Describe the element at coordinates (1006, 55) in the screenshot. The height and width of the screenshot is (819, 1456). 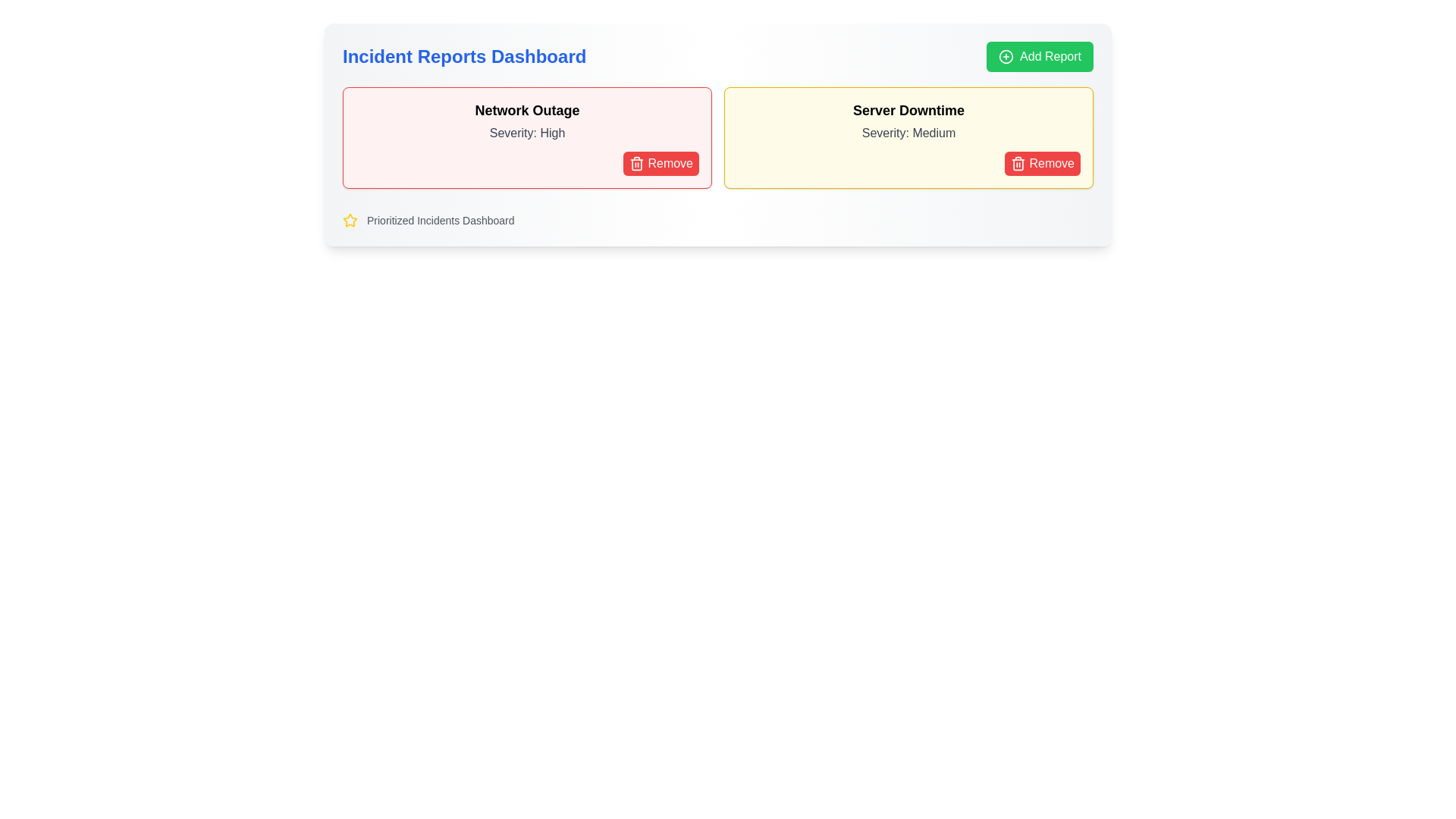
I see `the circular icon within the 'Add Report' button located in the top-right area of the interface for contextual understanding` at that location.